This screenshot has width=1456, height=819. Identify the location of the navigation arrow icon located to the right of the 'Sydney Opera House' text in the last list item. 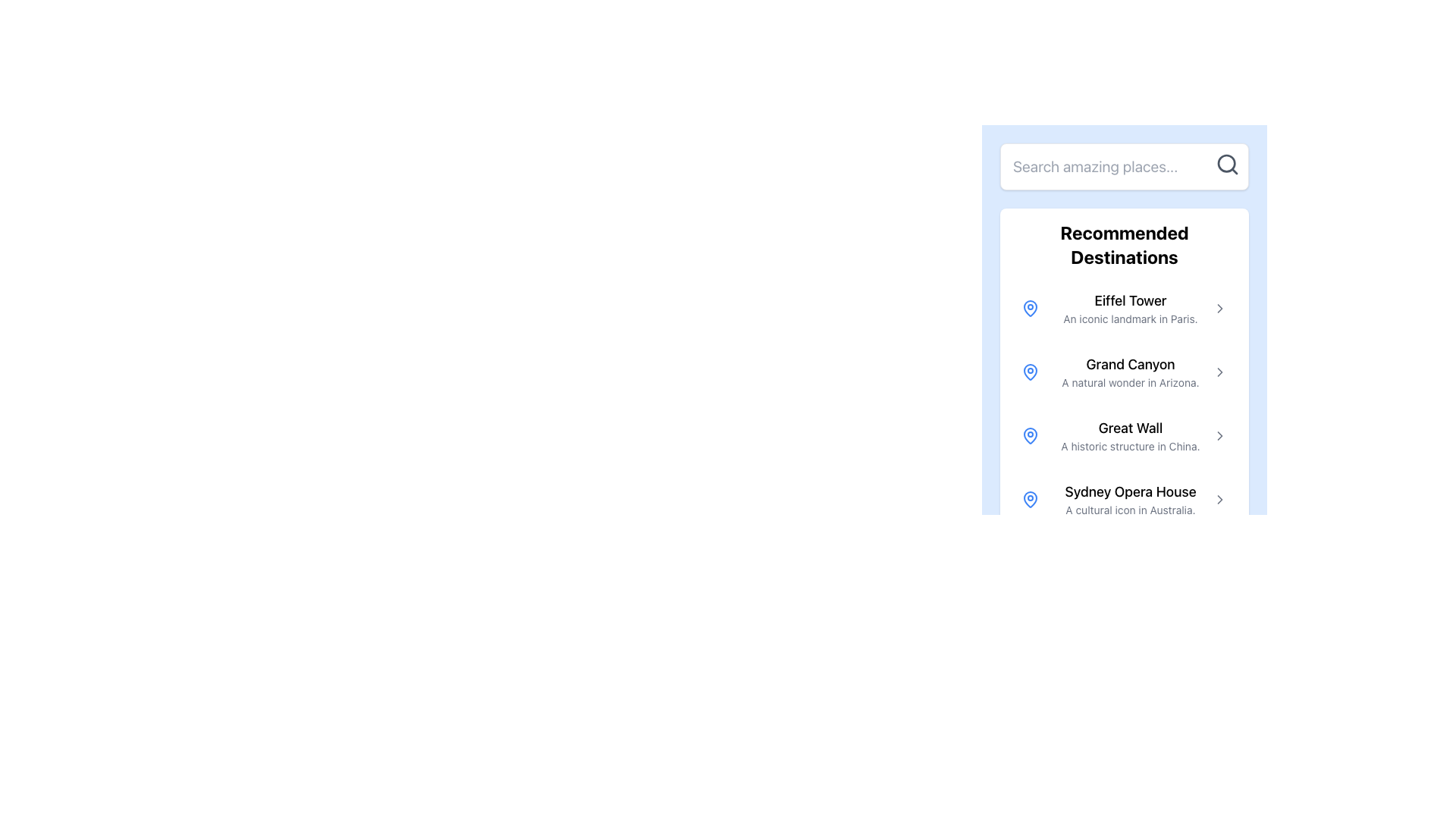
(1219, 500).